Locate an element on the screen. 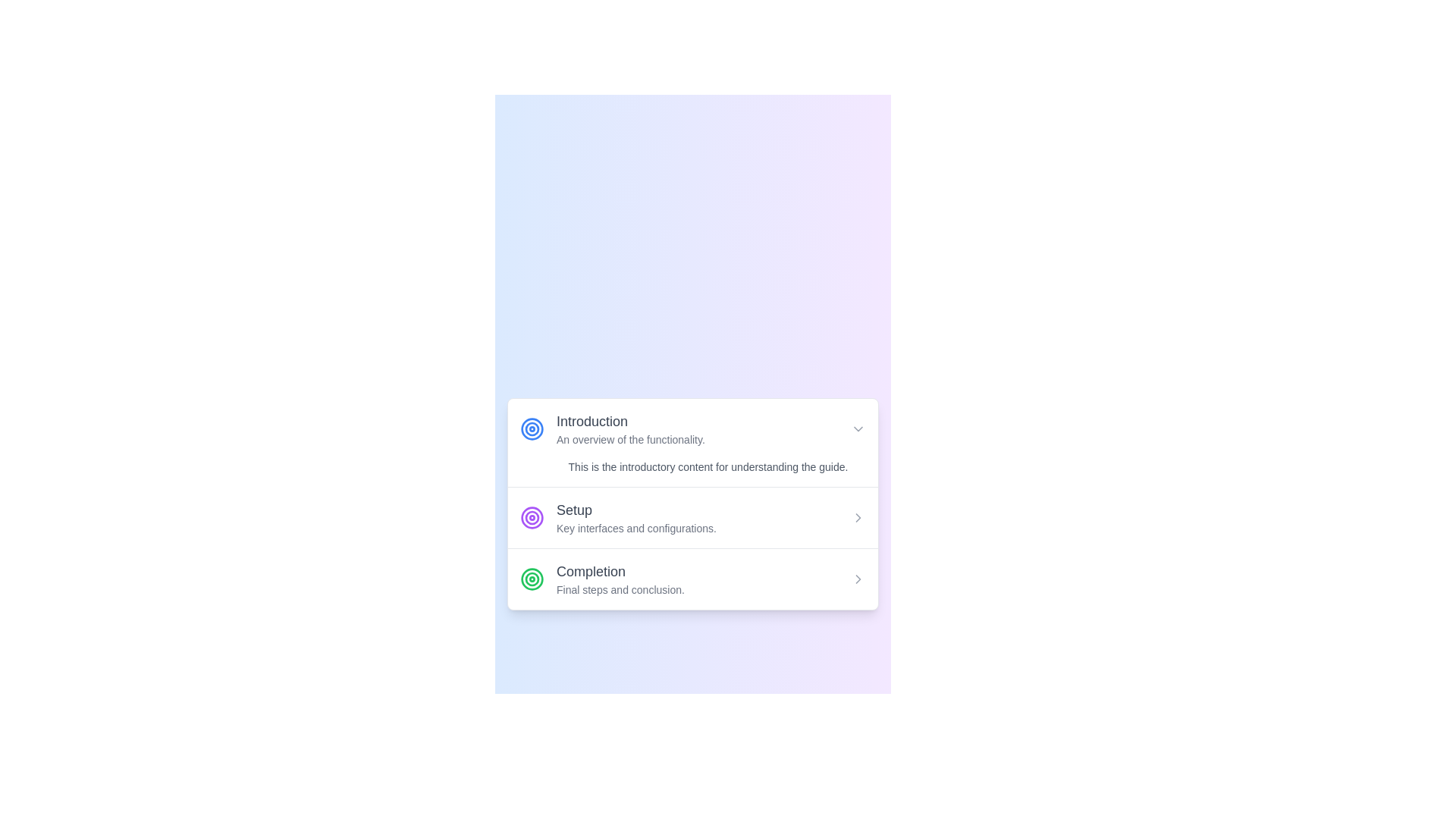  the green circular icon representing a target symbol with concentric circles, located in the 'Completion' section next to the text 'Final steps and conclusion.' is located at coordinates (532, 579).